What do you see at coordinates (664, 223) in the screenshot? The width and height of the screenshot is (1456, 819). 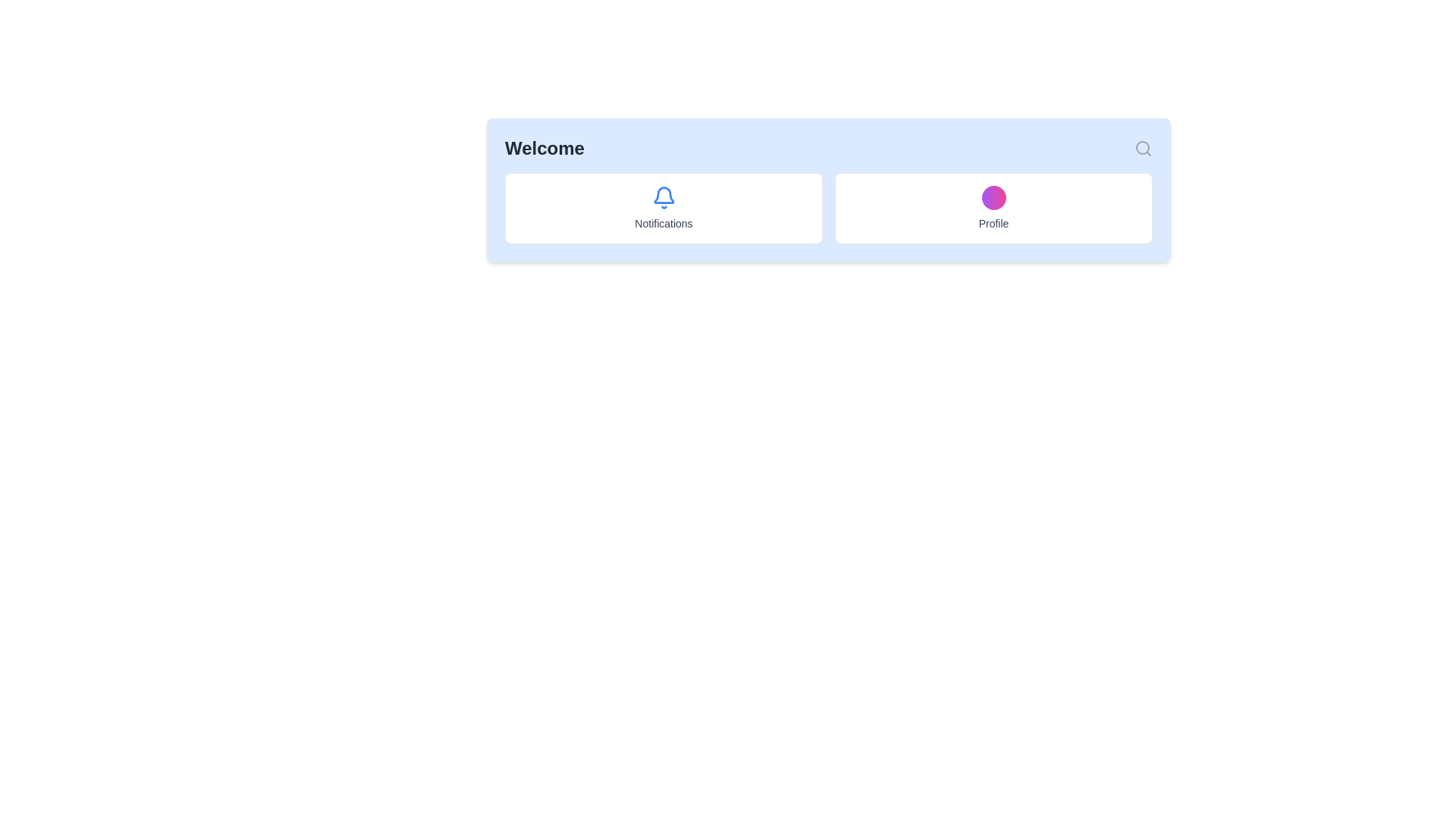 I see `the 'Notifications' text label, which is styled in gray and centrally aligned beneath a blue bell icon within a white rounded rectangle box` at bounding box center [664, 223].